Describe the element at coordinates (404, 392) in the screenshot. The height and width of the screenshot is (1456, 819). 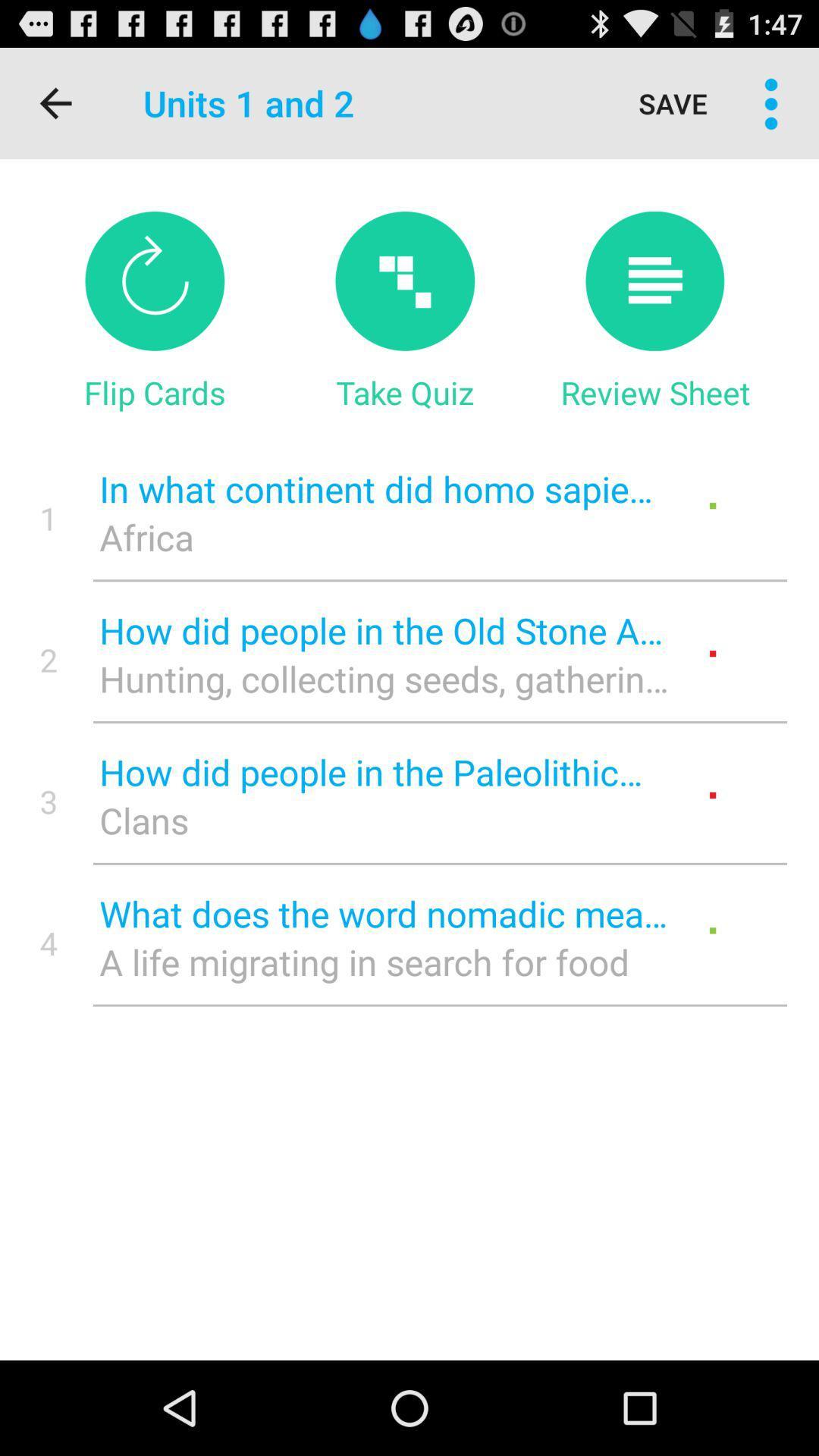
I see `icon next to flip cards item` at that location.